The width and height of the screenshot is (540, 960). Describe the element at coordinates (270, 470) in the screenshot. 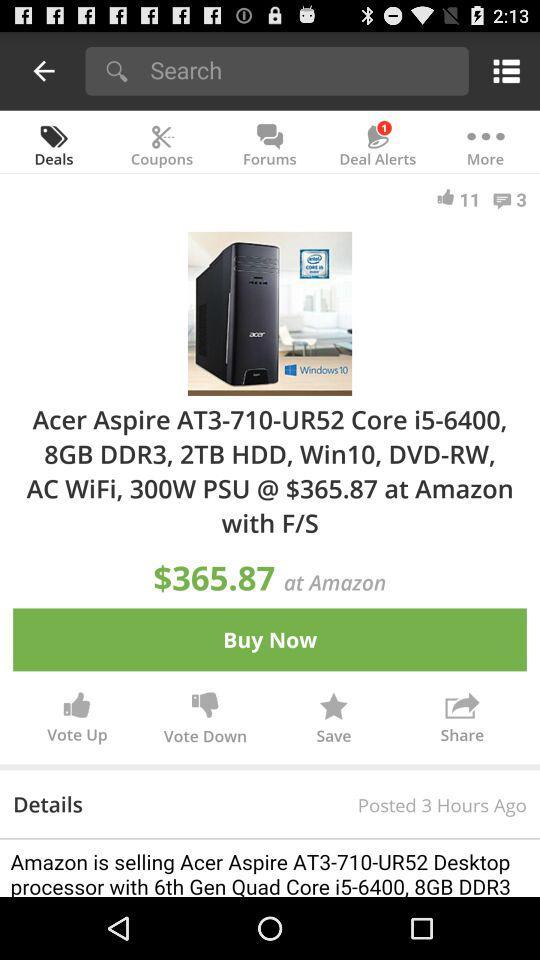

I see `the acer aspire at3 item` at that location.